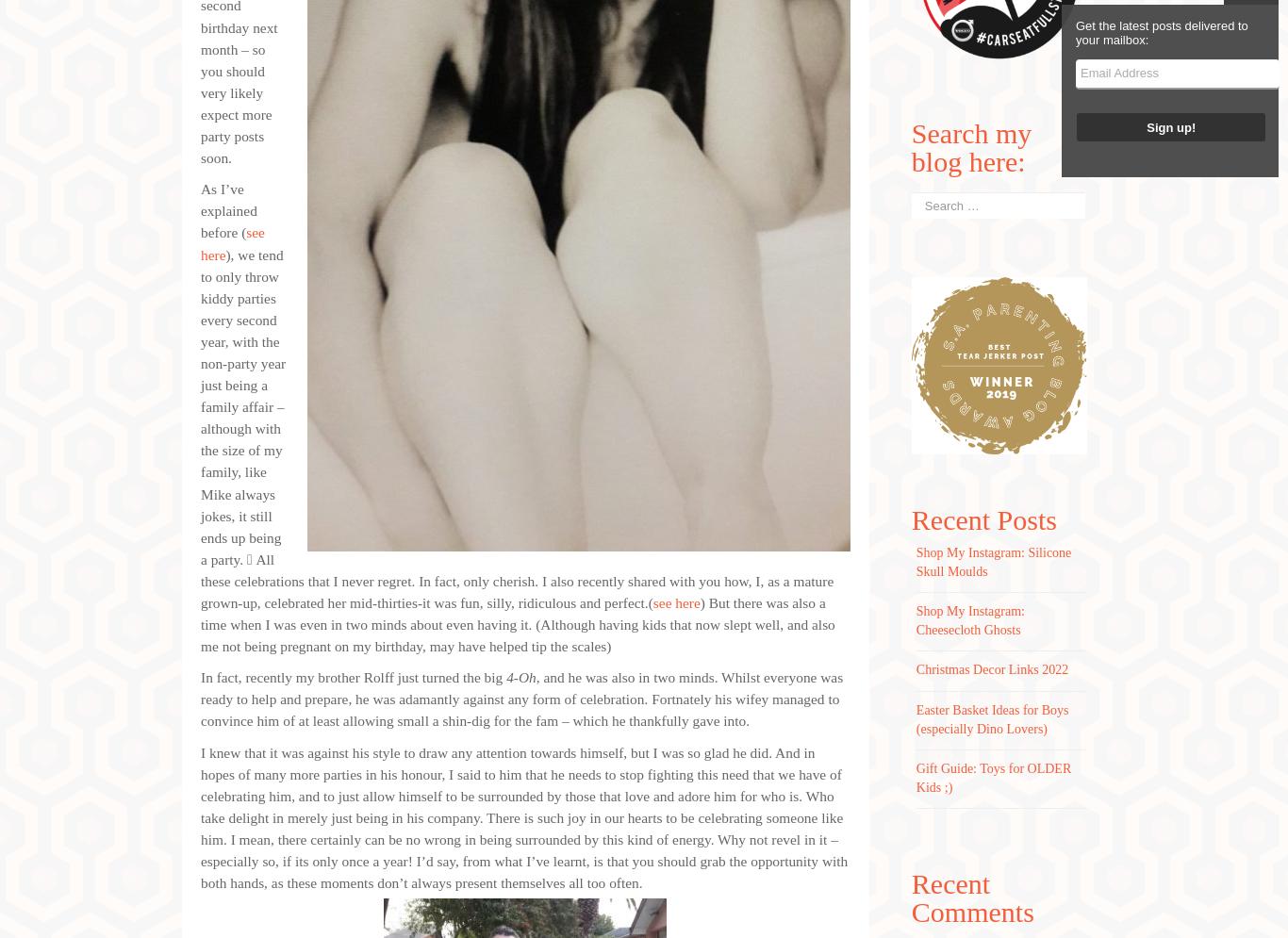 The height and width of the screenshot is (938, 1288). Describe the element at coordinates (911, 147) in the screenshot. I see `'Search my blog here:'` at that location.